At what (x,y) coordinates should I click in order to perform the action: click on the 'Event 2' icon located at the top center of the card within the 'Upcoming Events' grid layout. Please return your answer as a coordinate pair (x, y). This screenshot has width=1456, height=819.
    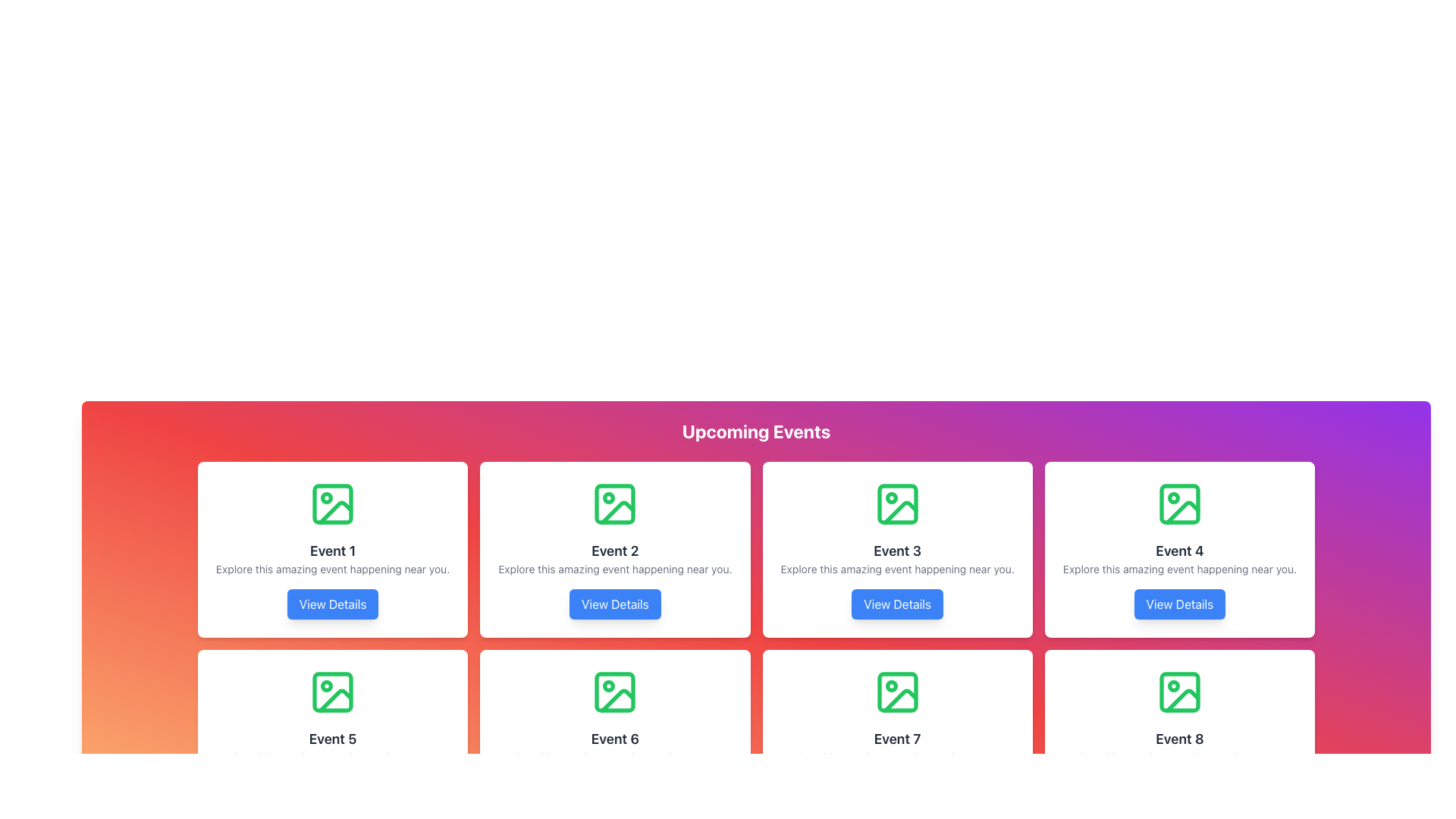
    Looking at the image, I should click on (615, 504).